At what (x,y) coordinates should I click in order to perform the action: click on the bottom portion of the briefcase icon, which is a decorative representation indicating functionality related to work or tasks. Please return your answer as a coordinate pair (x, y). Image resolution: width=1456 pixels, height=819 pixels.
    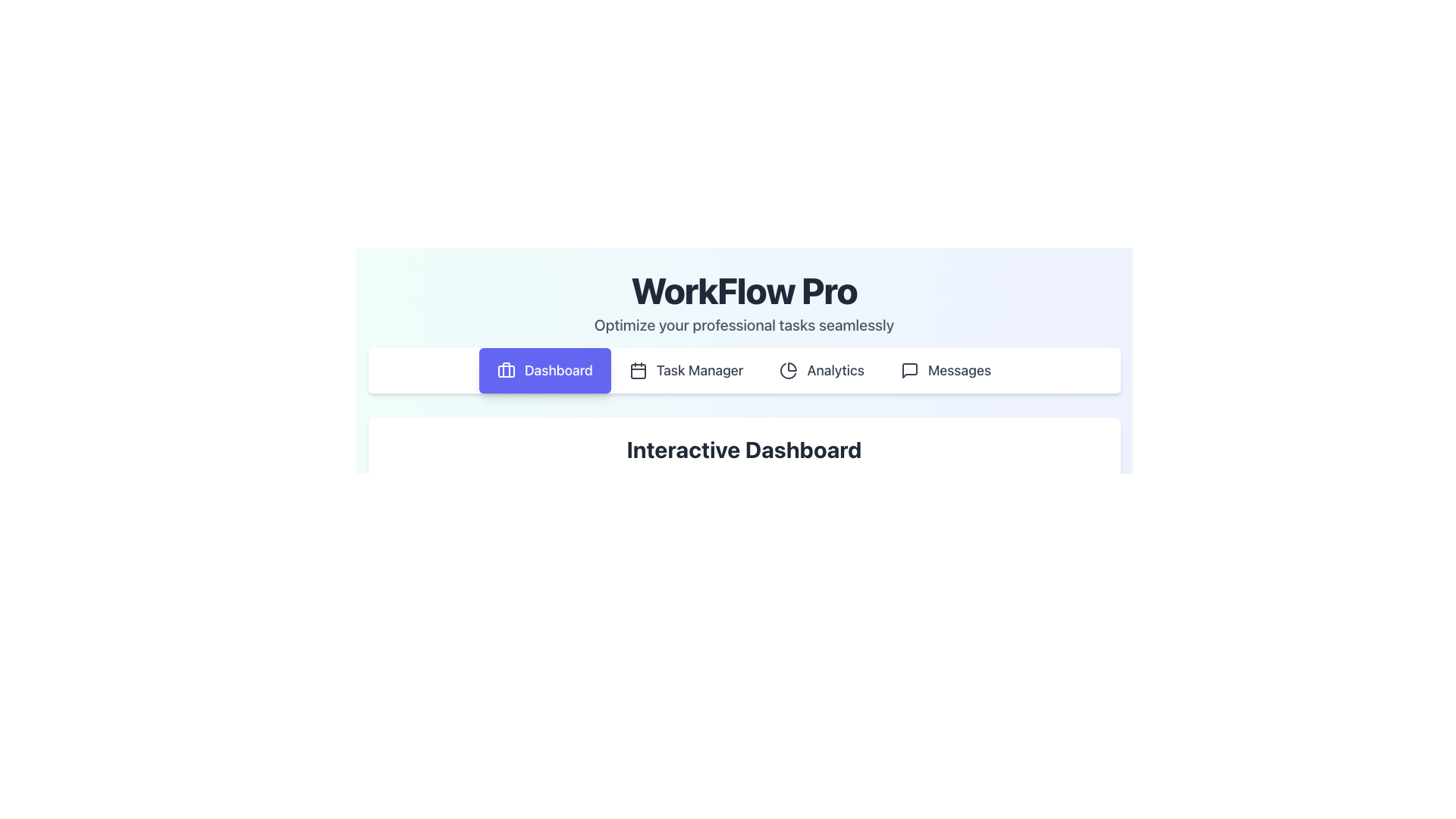
    Looking at the image, I should click on (506, 371).